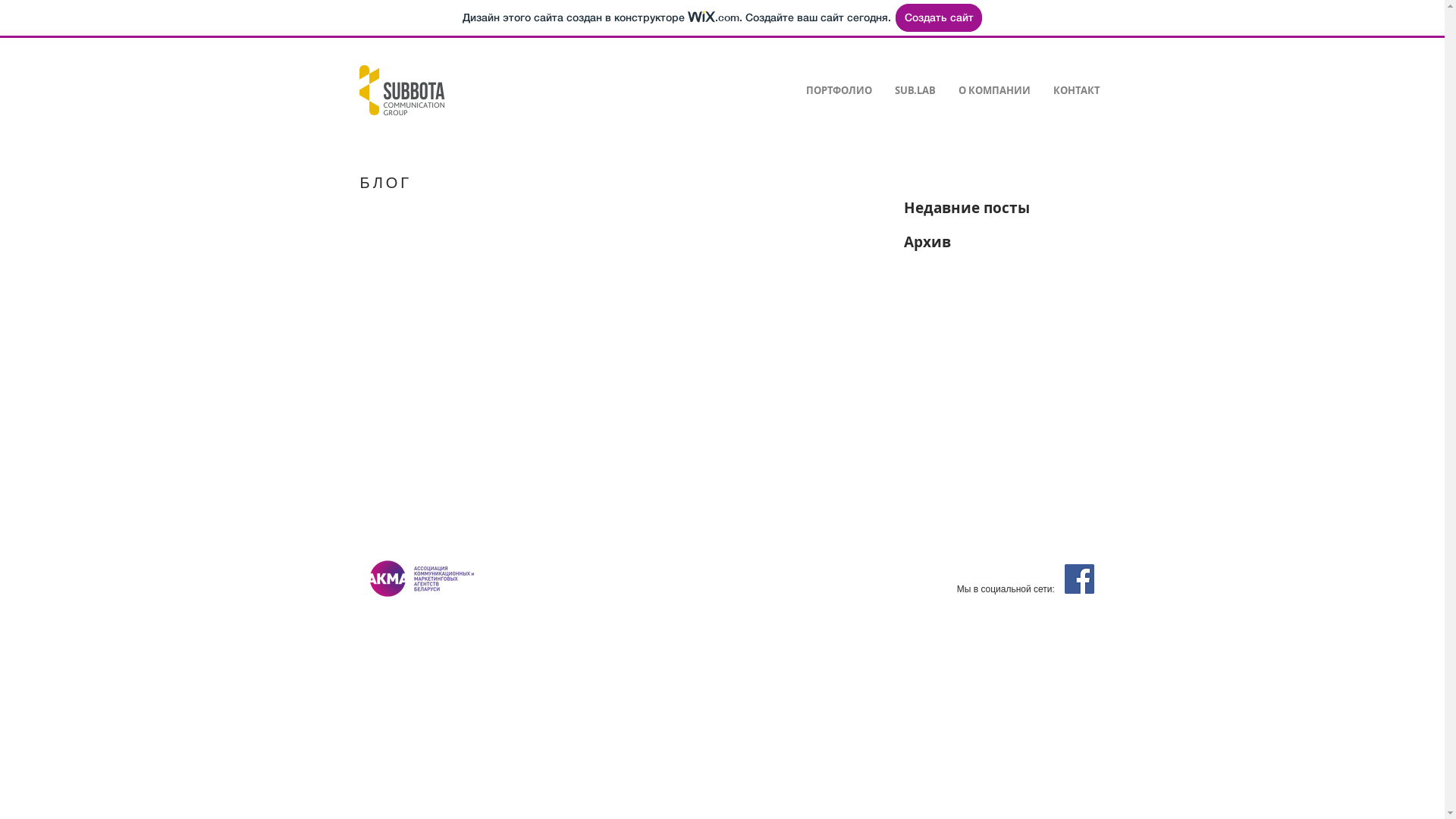 This screenshot has height=819, width=1456. Describe the element at coordinates (914, 90) in the screenshot. I see `'SUB.LAB'` at that location.